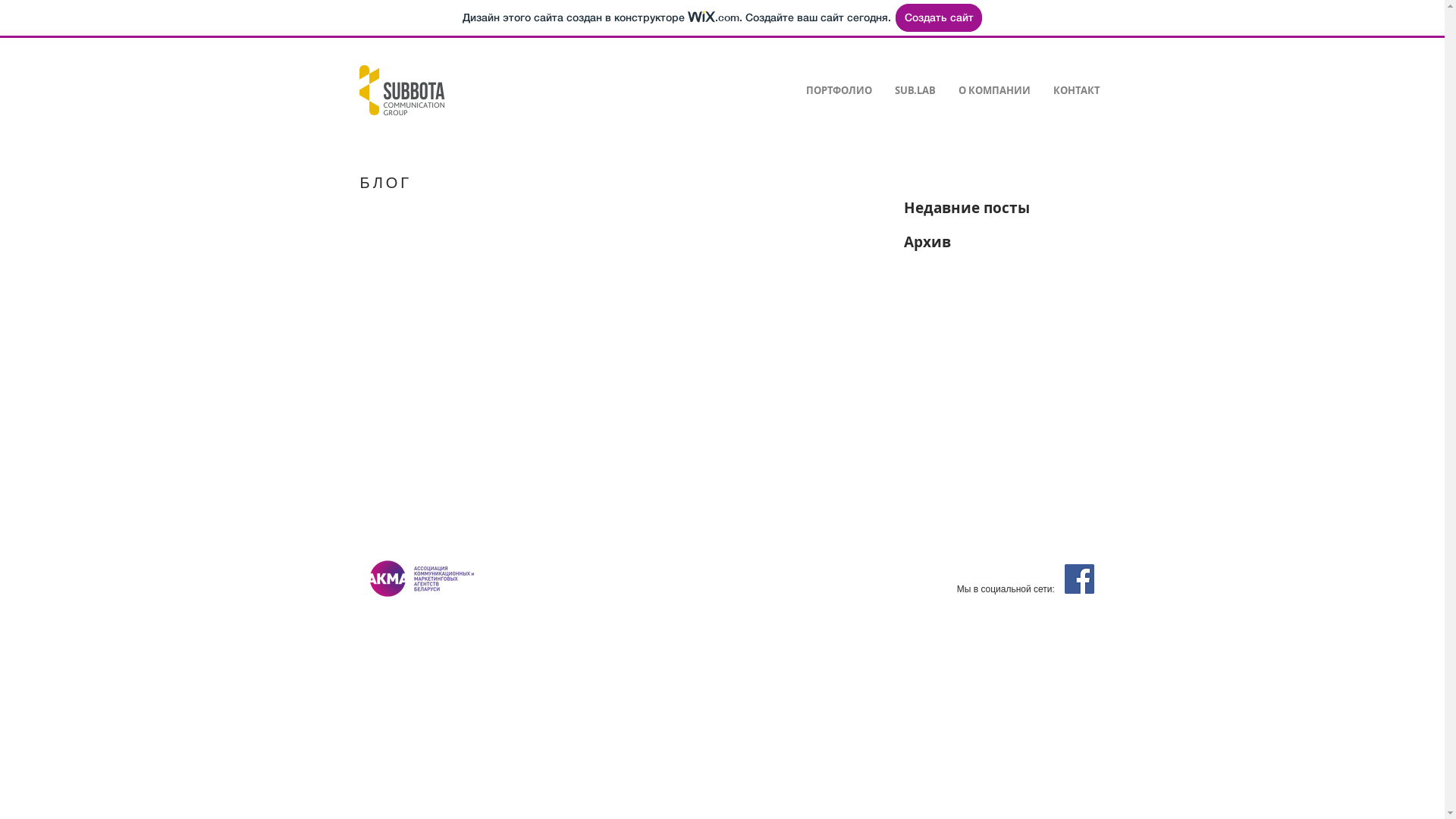 This screenshot has height=819, width=1456. Describe the element at coordinates (914, 90) in the screenshot. I see `'SUB.LAB'` at that location.